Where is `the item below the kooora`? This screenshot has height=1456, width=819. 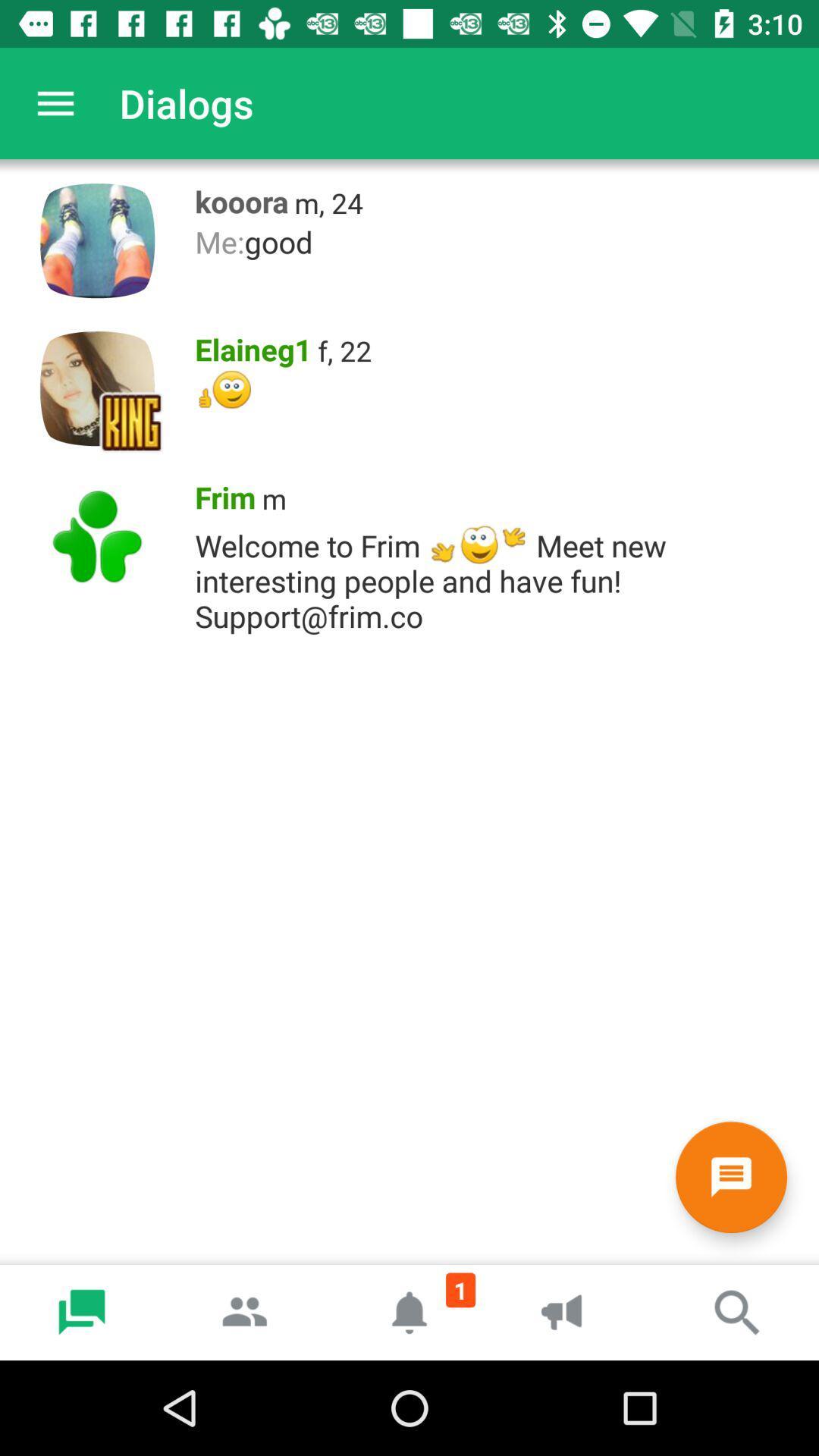 the item below the kooora is located at coordinates (499, 241).